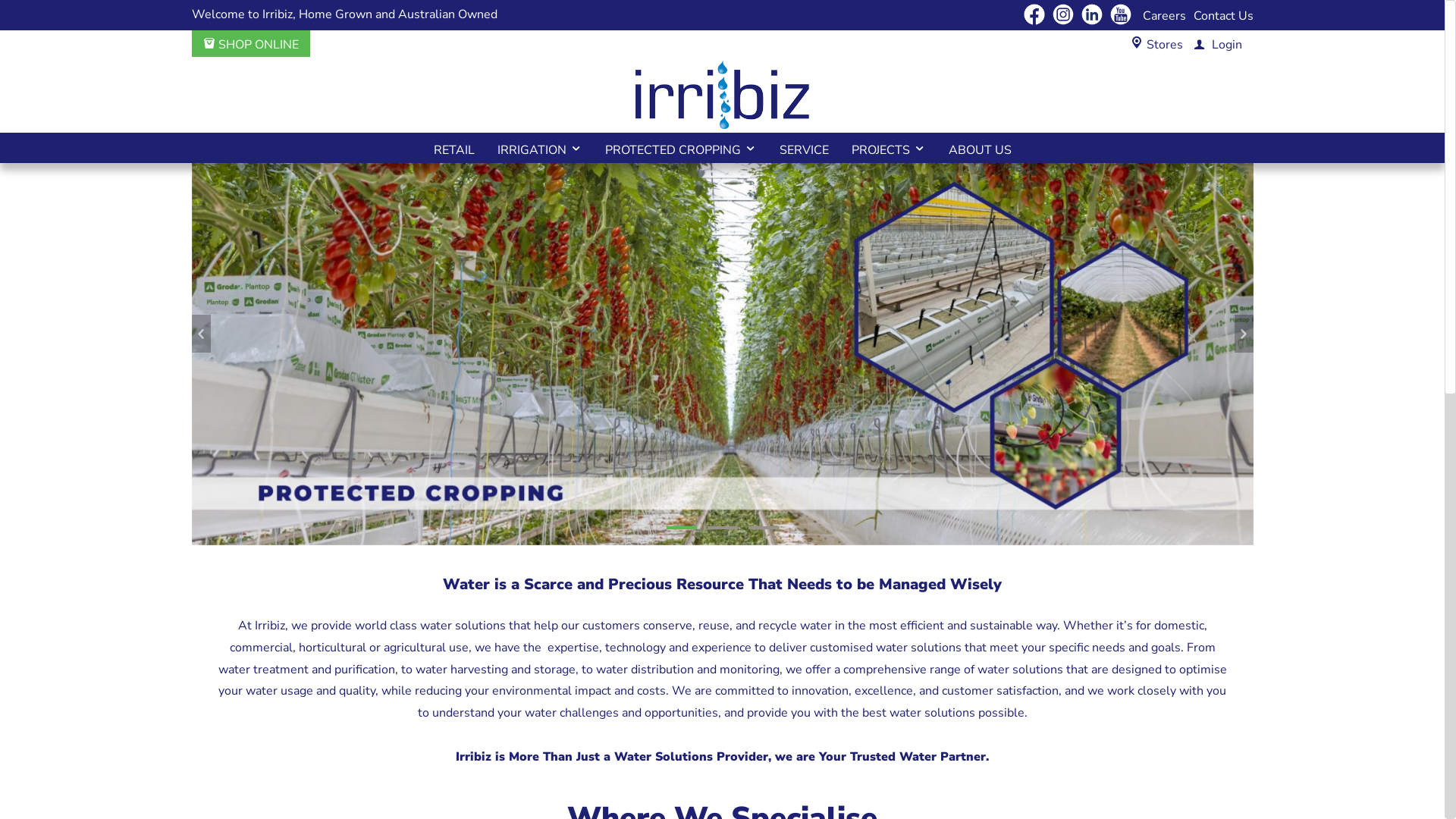  I want to click on 'Careers', so click(1163, 15).